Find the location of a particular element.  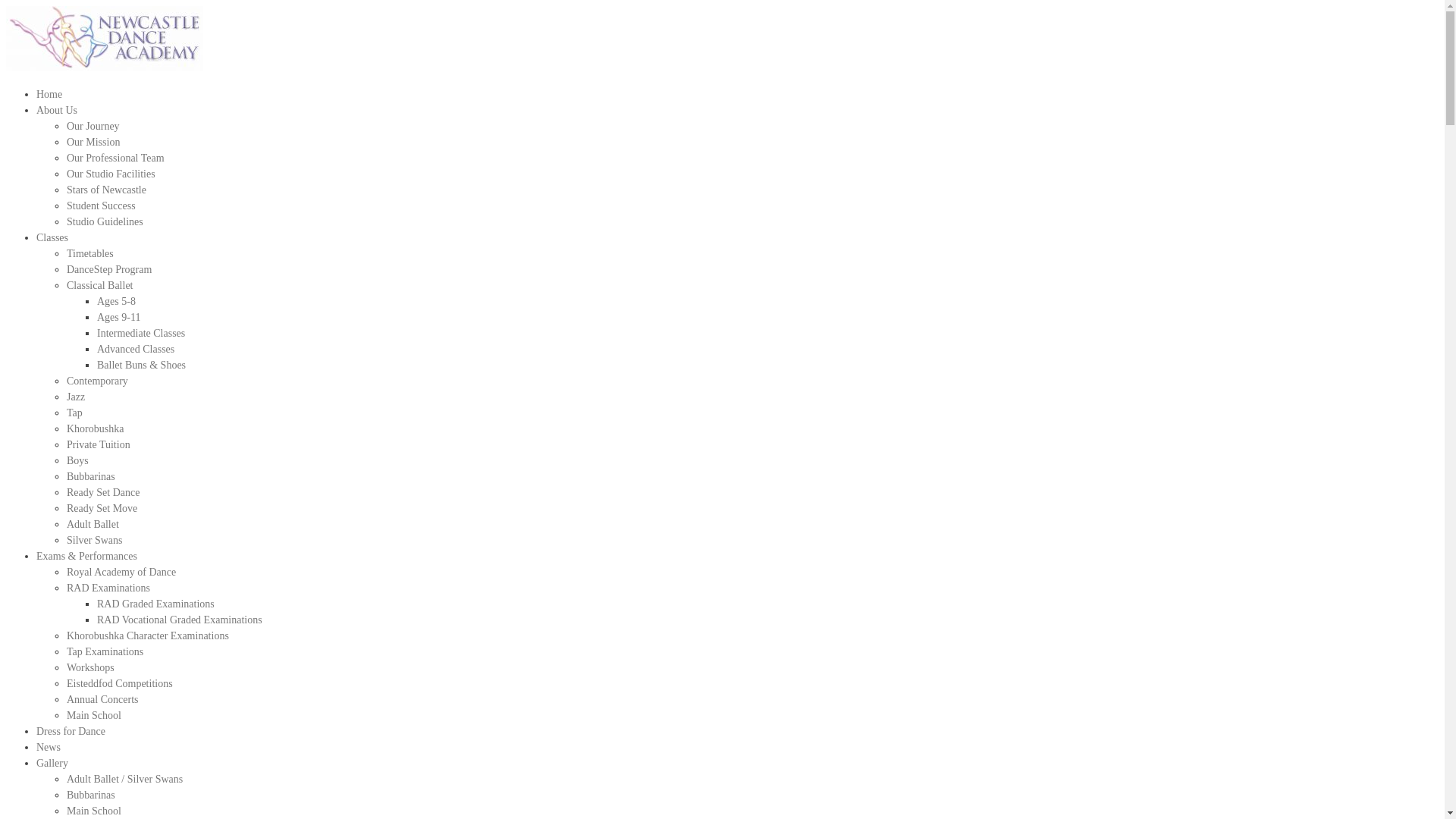

'Our Journey' is located at coordinates (65, 125).